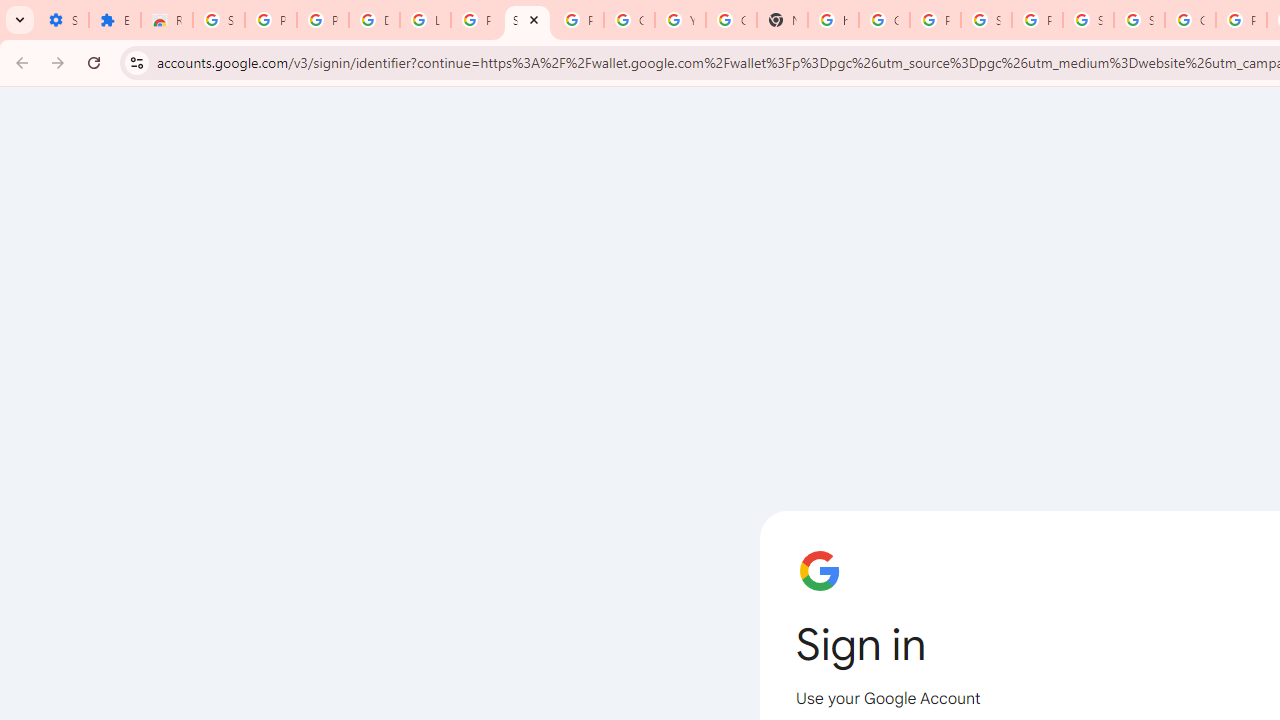  What do you see at coordinates (1139, 20) in the screenshot?
I see `'Sign in - Google Accounts'` at bounding box center [1139, 20].